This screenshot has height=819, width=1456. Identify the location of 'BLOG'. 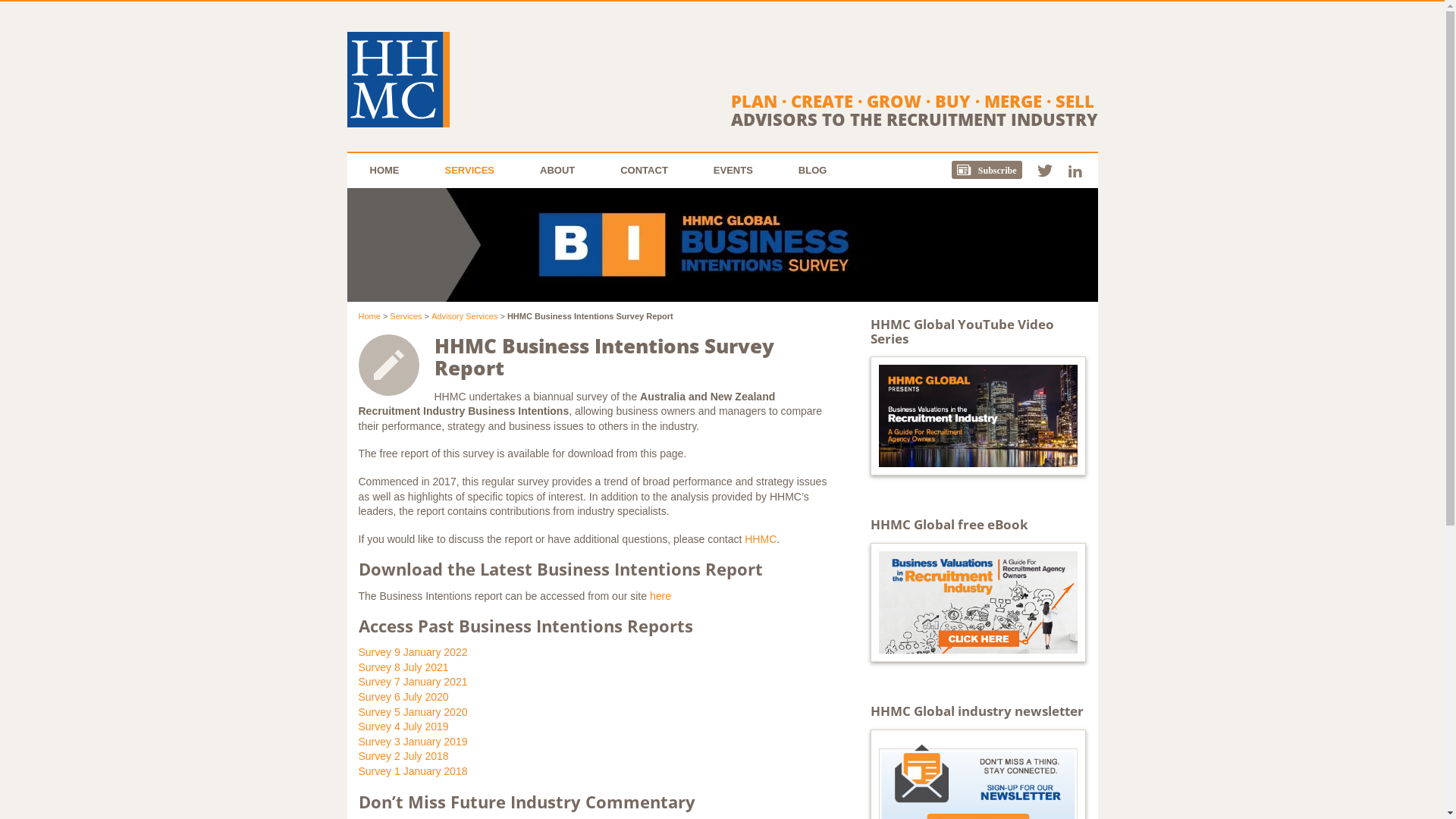
(811, 170).